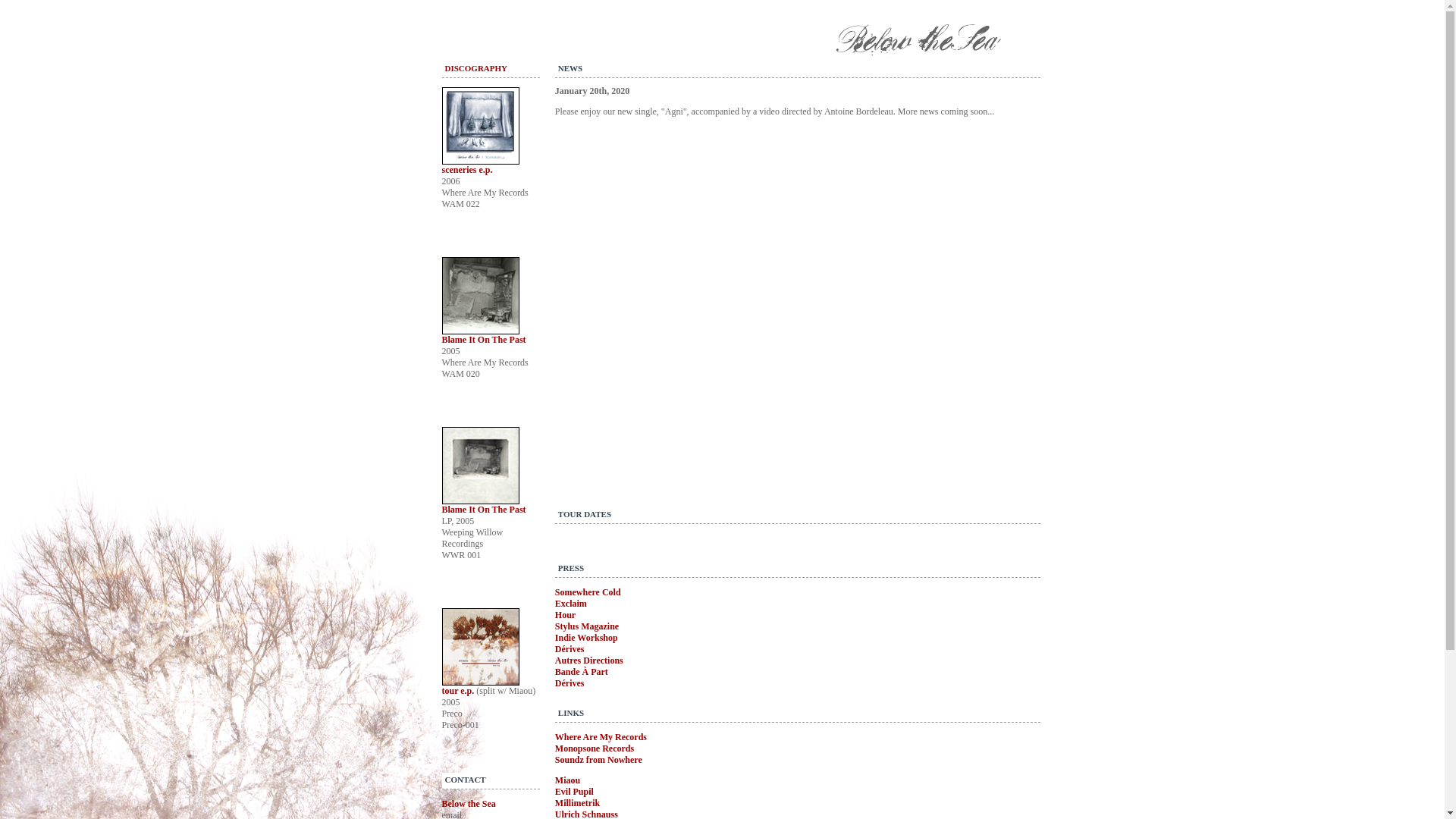  Describe the element at coordinates (566, 780) in the screenshot. I see `'Miaou'` at that location.